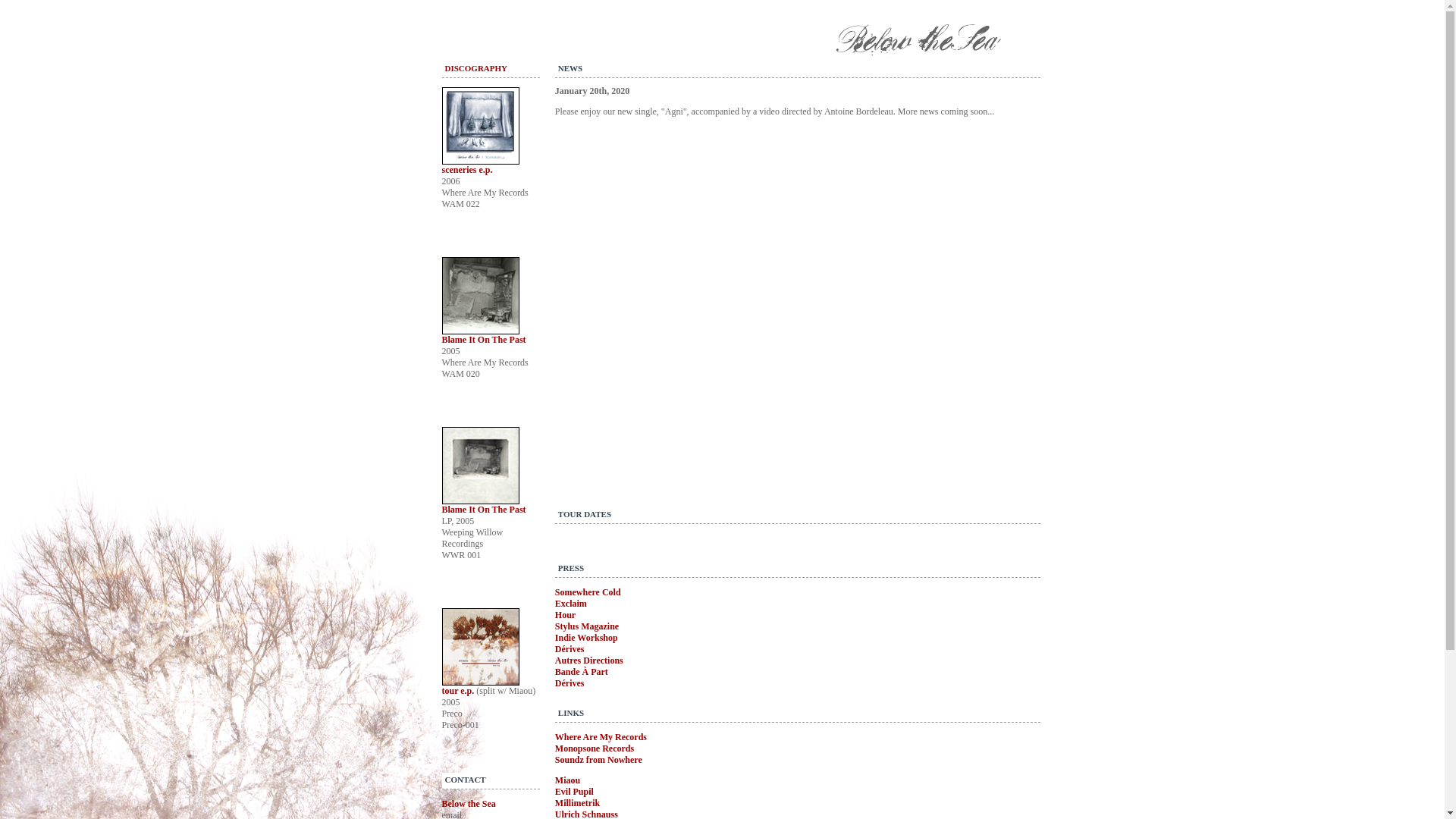  Describe the element at coordinates (566, 780) in the screenshot. I see `'Miaou'` at that location.